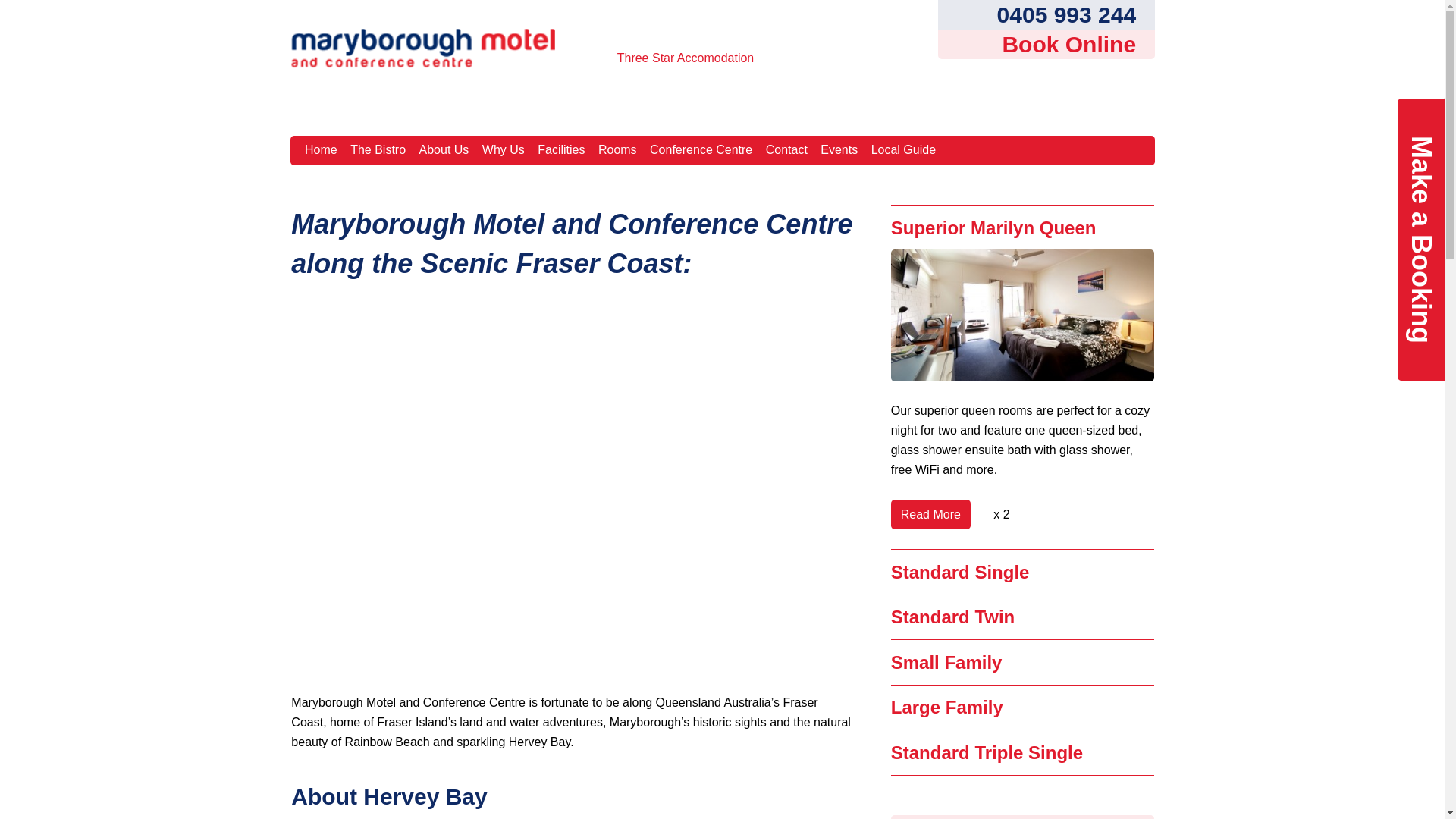  What do you see at coordinates (987, 752) in the screenshot?
I see `'Standard Triple Single'` at bounding box center [987, 752].